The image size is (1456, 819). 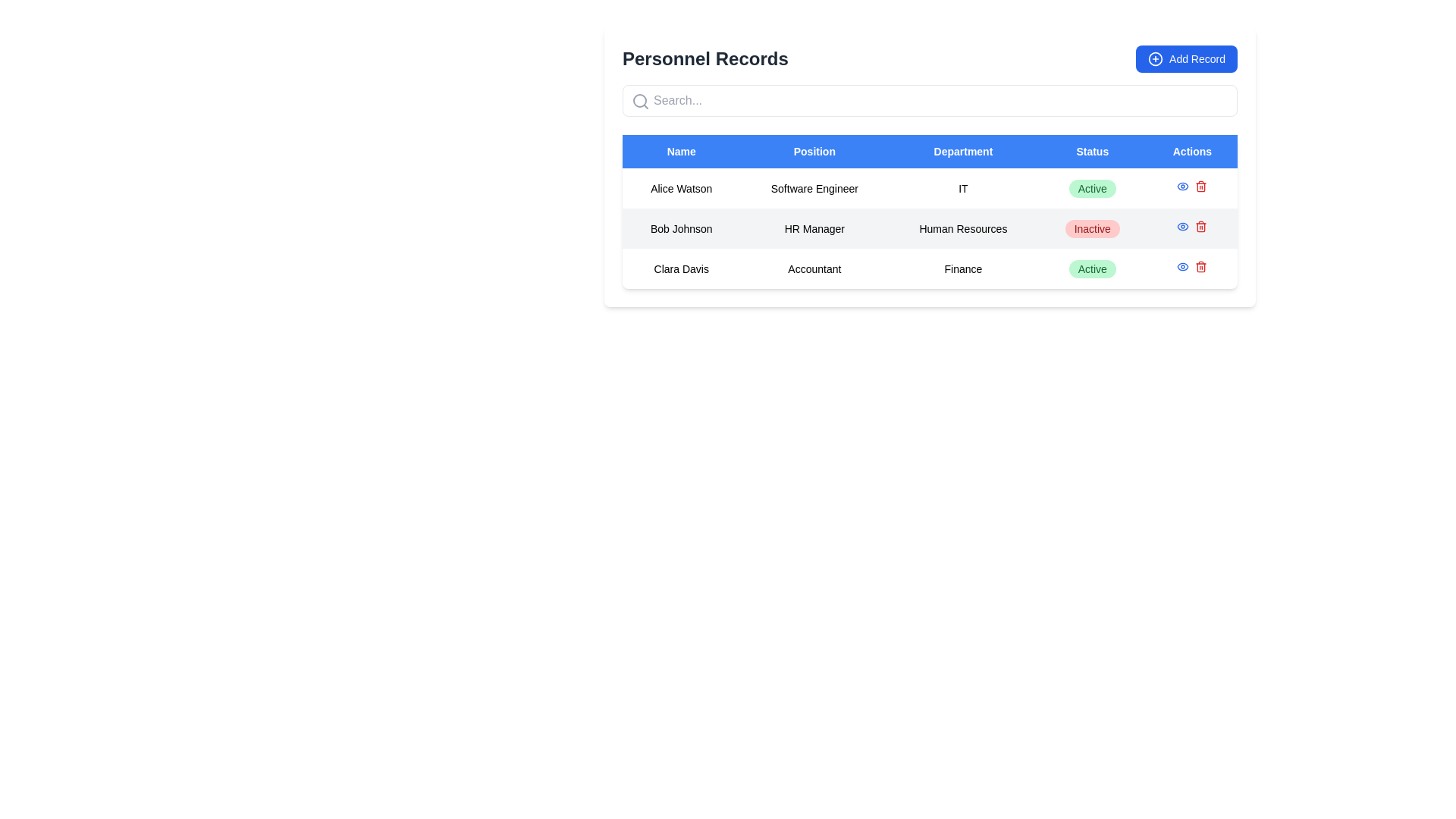 I want to click on the blue header row containing the column titles 'Name', 'Position', 'Department', 'Status', and 'Actions' which is the first row in the table layout, so click(x=929, y=152).